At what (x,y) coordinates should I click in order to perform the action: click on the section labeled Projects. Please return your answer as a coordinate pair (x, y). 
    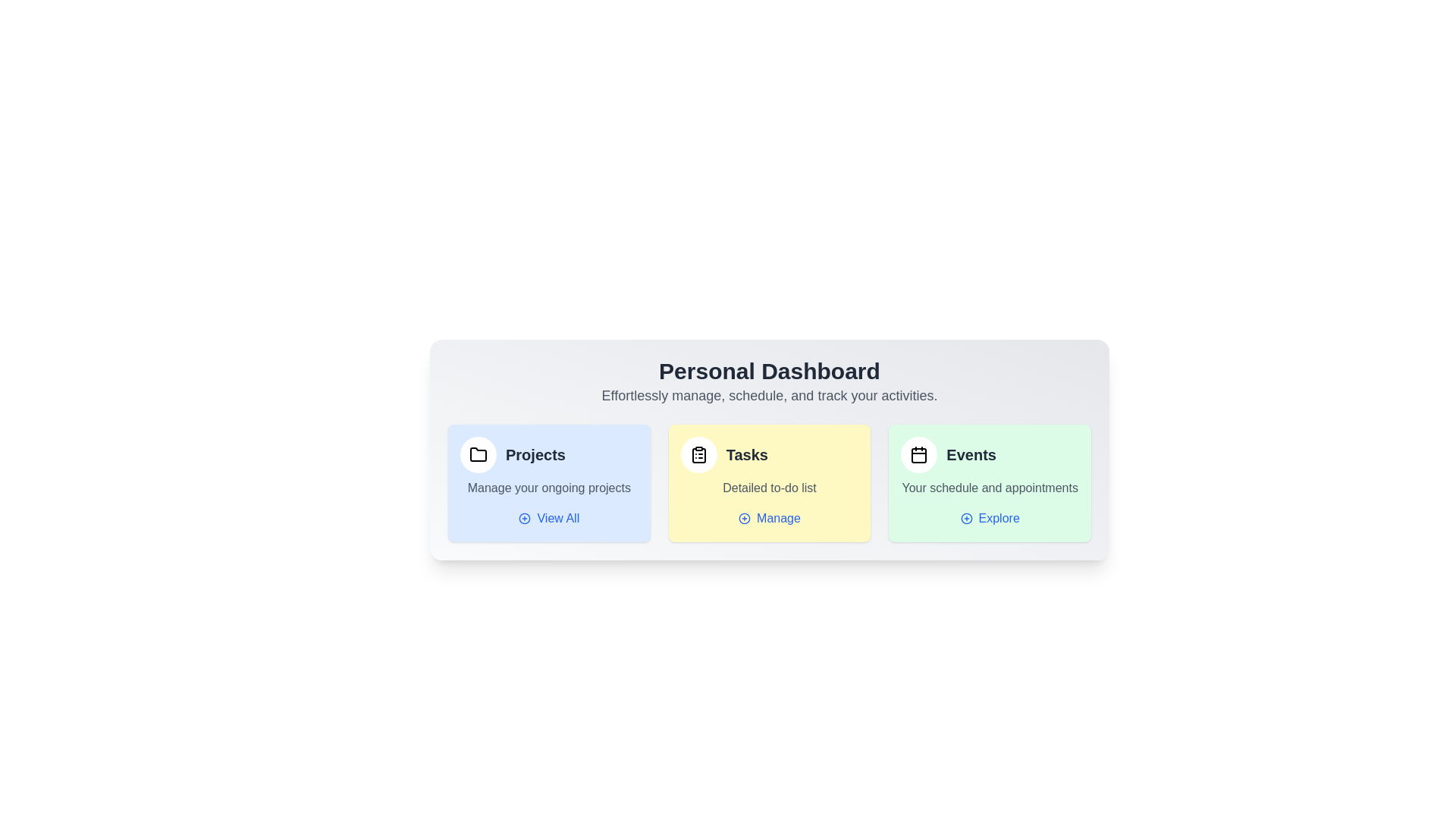
    Looking at the image, I should click on (548, 482).